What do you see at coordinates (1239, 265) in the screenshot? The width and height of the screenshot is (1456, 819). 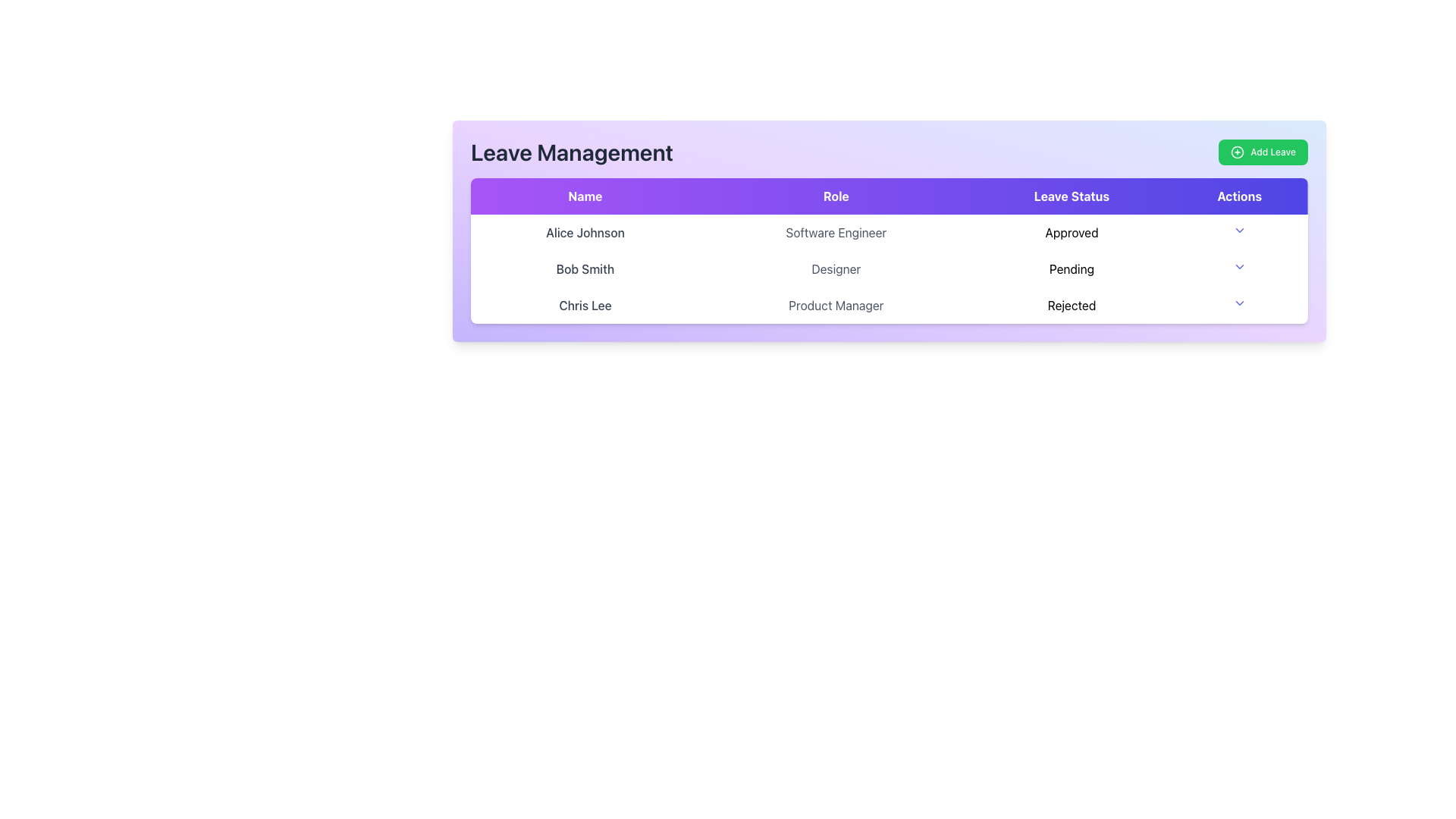 I see `the dropdown toggler in the 'Actions' column of the second row` at bounding box center [1239, 265].